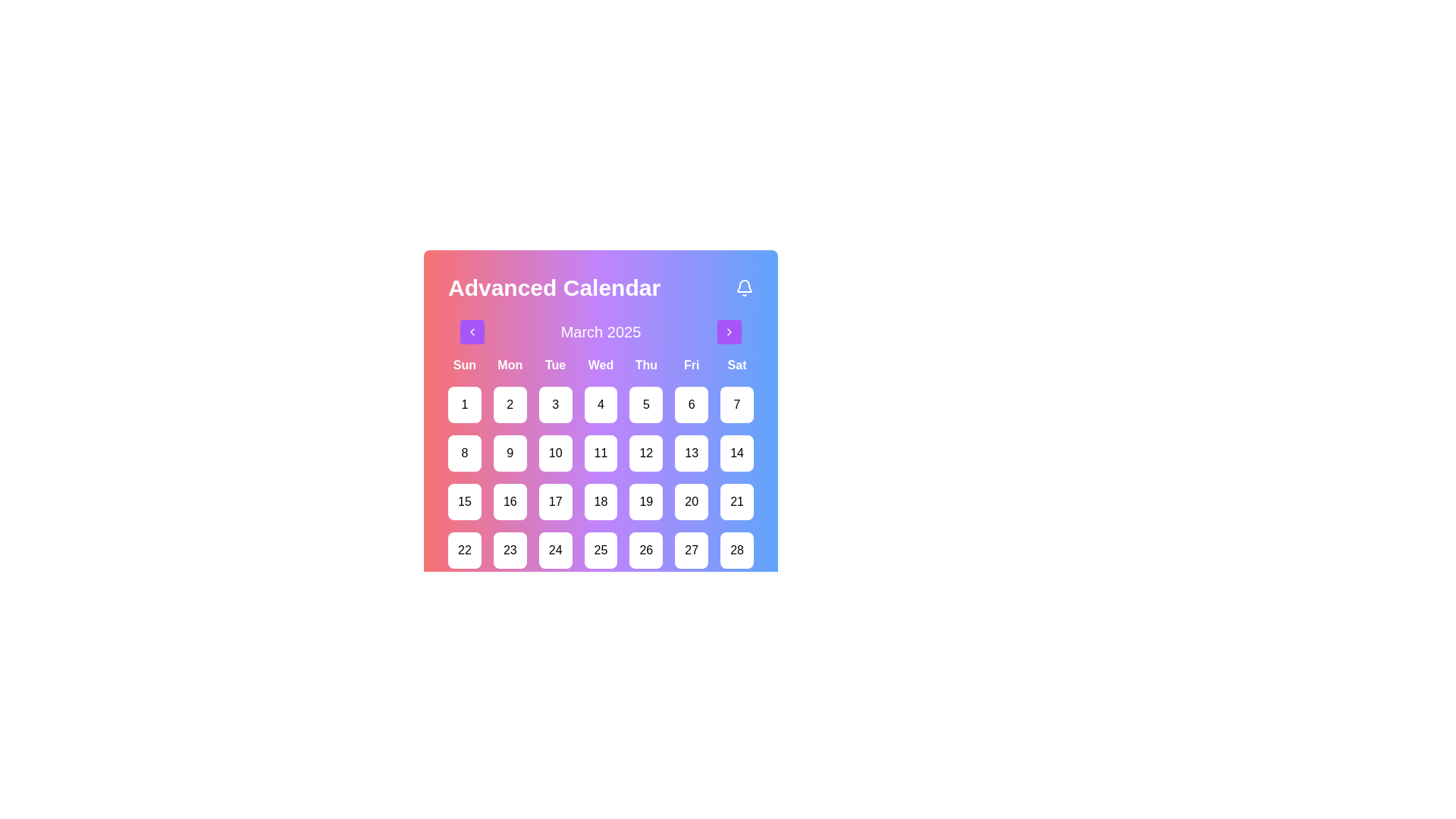 Image resolution: width=1456 pixels, height=819 pixels. I want to click on the small right-pointing chevron icon located on the top right side of the calendar widget, so click(729, 331).